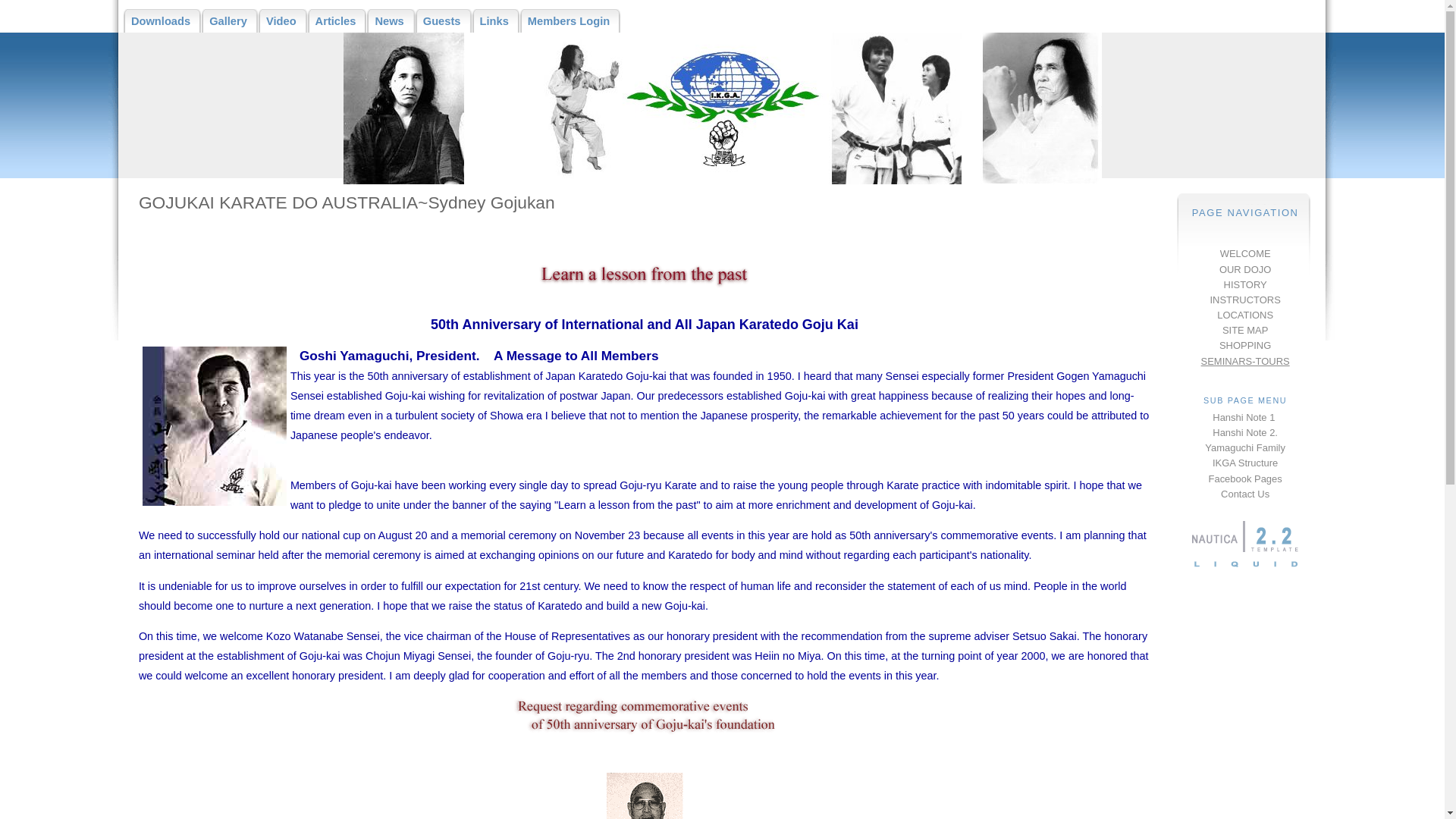  I want to click on 'Facebook Pages', so click(1245, 479).